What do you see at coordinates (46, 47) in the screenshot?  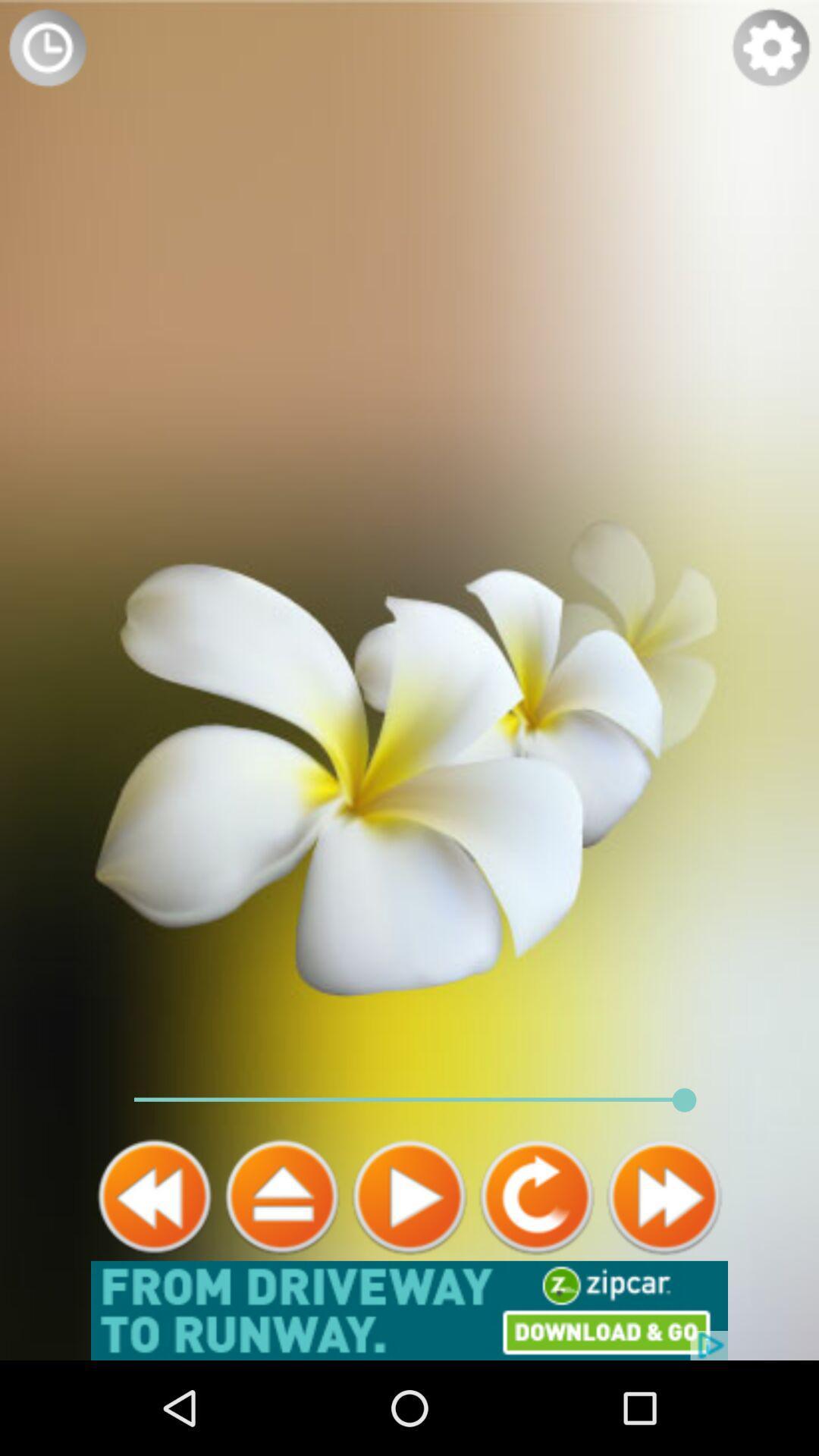 I see `the time icon` at bounding box center [46, 47].